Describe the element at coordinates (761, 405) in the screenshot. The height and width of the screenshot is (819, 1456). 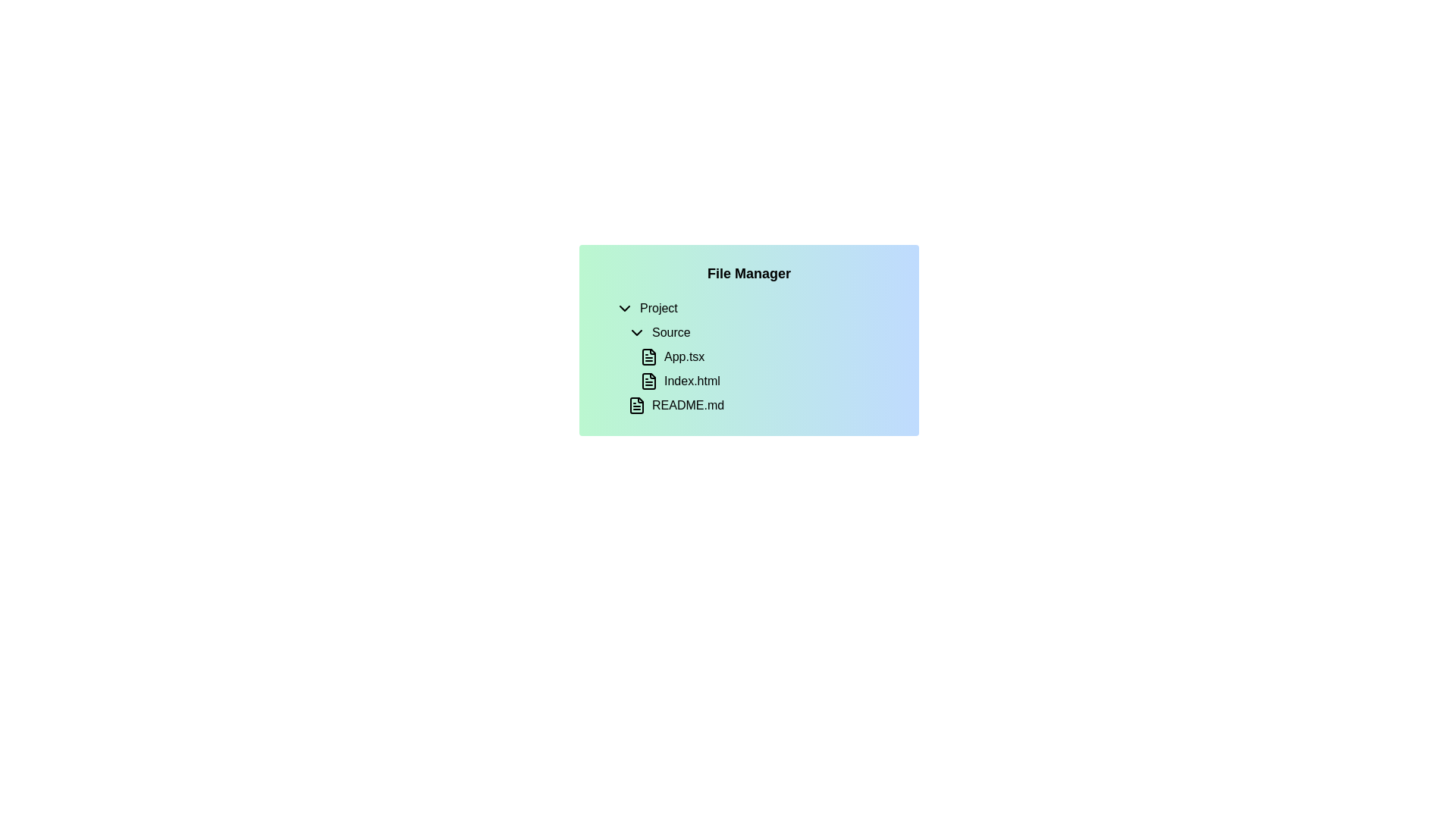
I see `the 'README.md' file list item in the file manager UI` at that location.